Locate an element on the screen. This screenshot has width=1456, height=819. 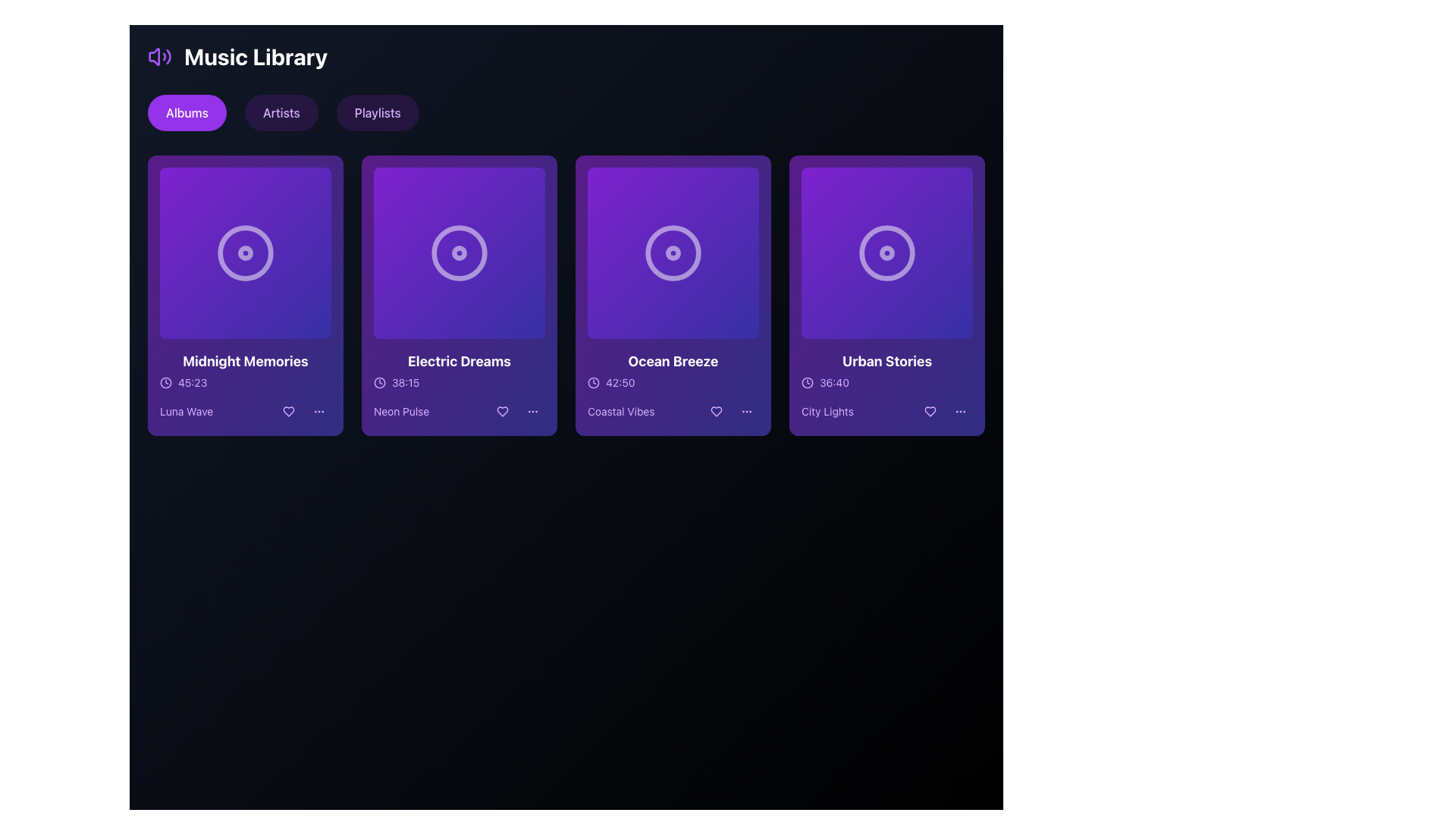
the non-interactive label displaying the title 'Midnight Memories', which is the first title in a row of music album cards located on the leftmost side is located at coordinates (246, 362).